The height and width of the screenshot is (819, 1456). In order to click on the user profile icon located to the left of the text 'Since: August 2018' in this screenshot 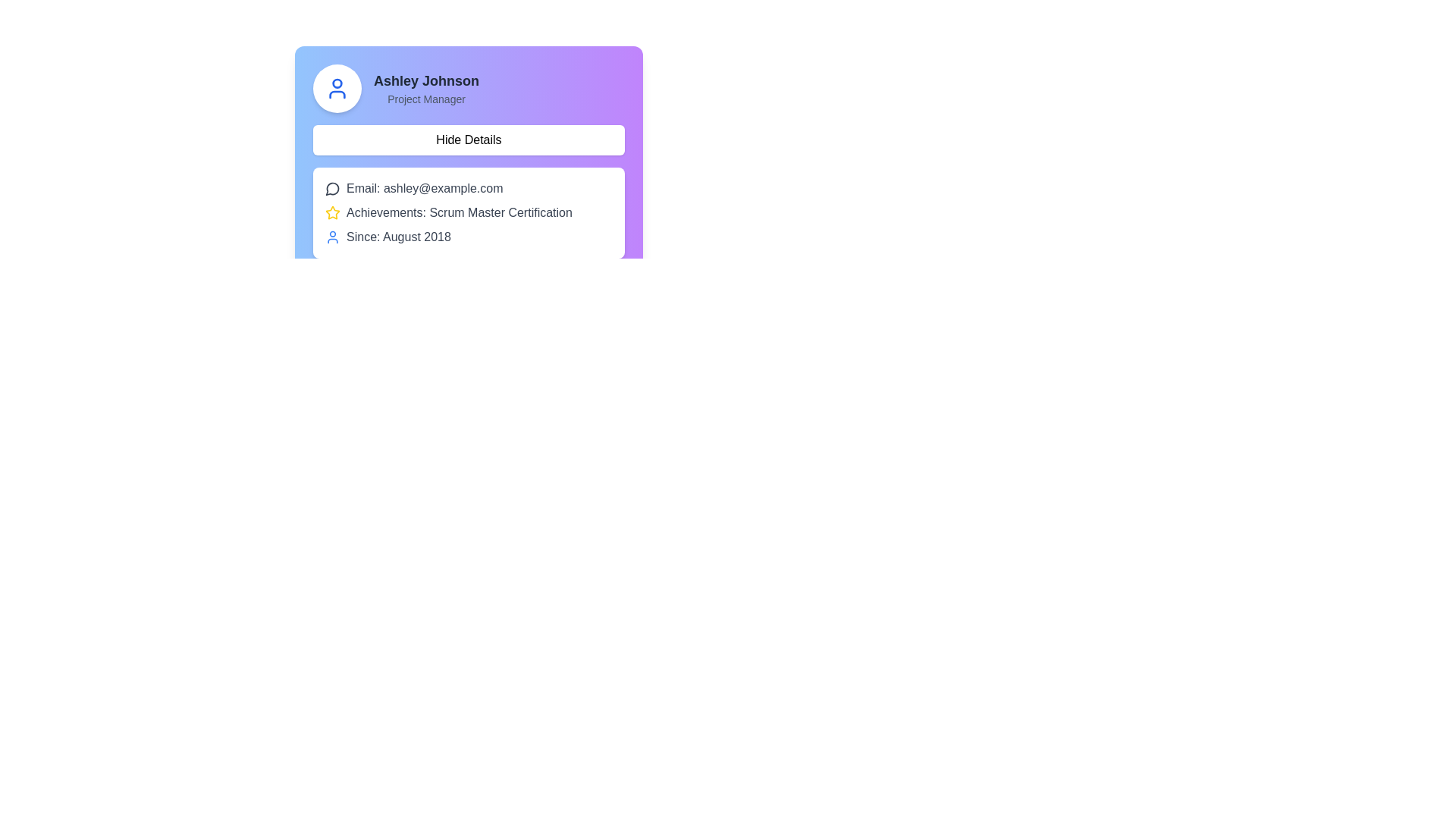, I will do `click(331, 237)`.